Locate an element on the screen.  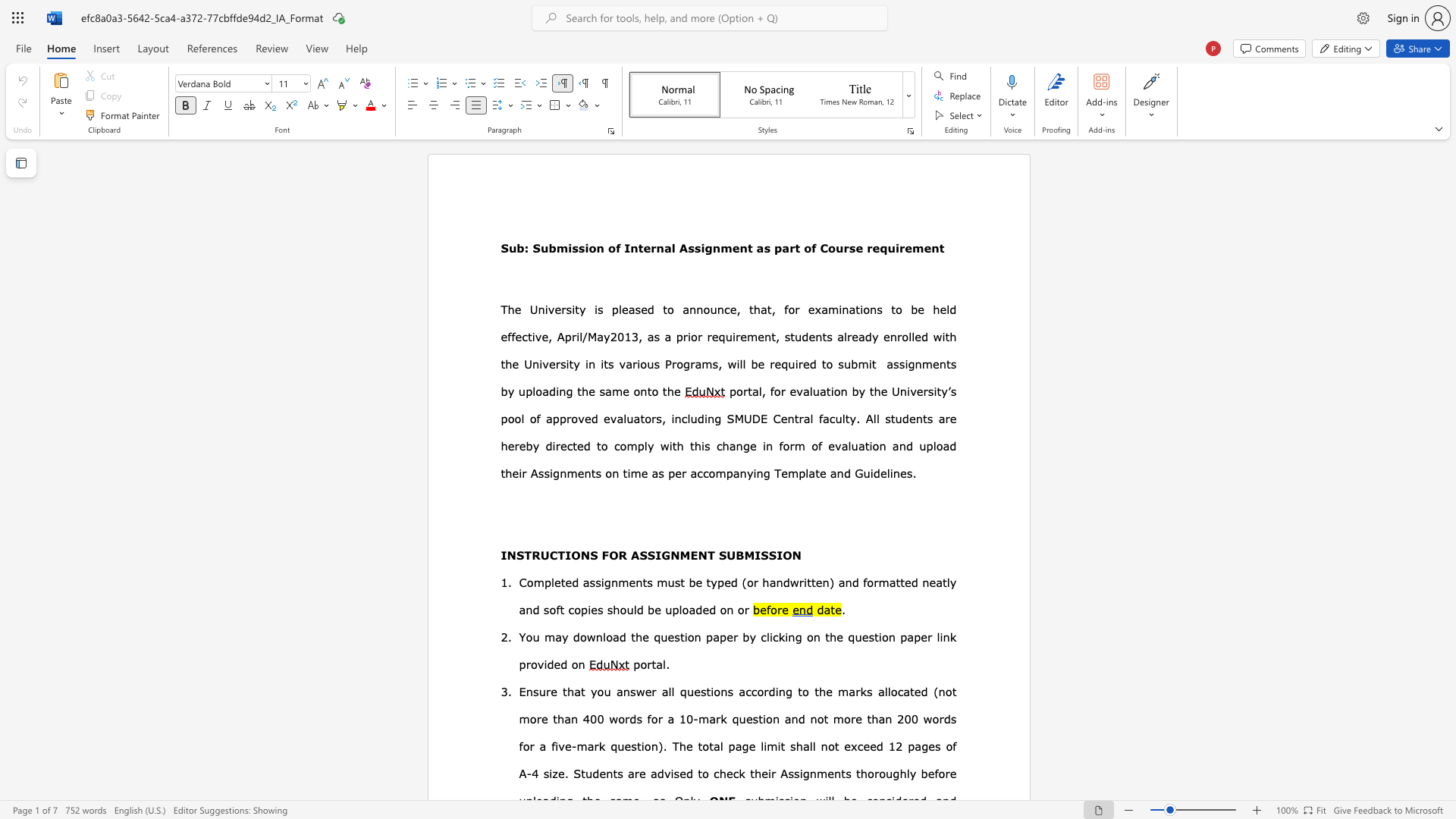
the subset text "f evaluation and upload their Assignments on time as per acc" within the text "this change in form of evaluation and upload their Assignments on time as per accompanying Tem" is located at coordinates (817, 444).